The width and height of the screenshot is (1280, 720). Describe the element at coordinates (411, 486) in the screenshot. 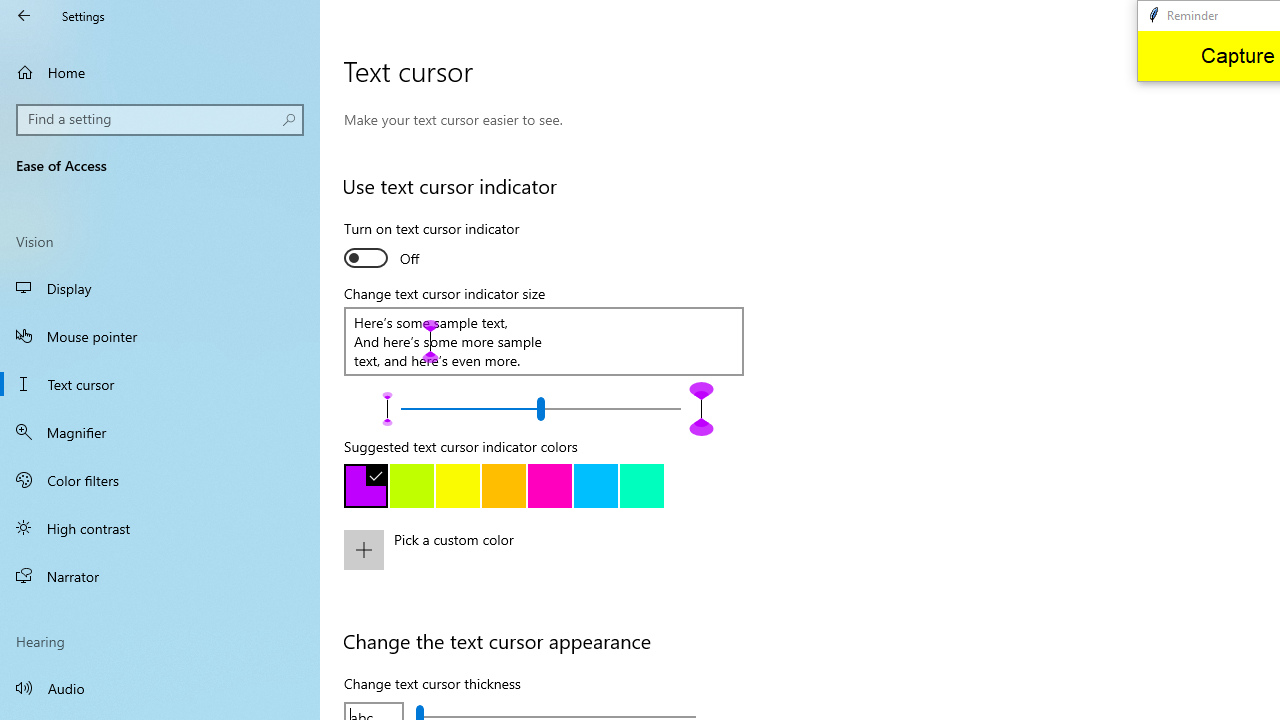

I see `'Lime'` at that location.